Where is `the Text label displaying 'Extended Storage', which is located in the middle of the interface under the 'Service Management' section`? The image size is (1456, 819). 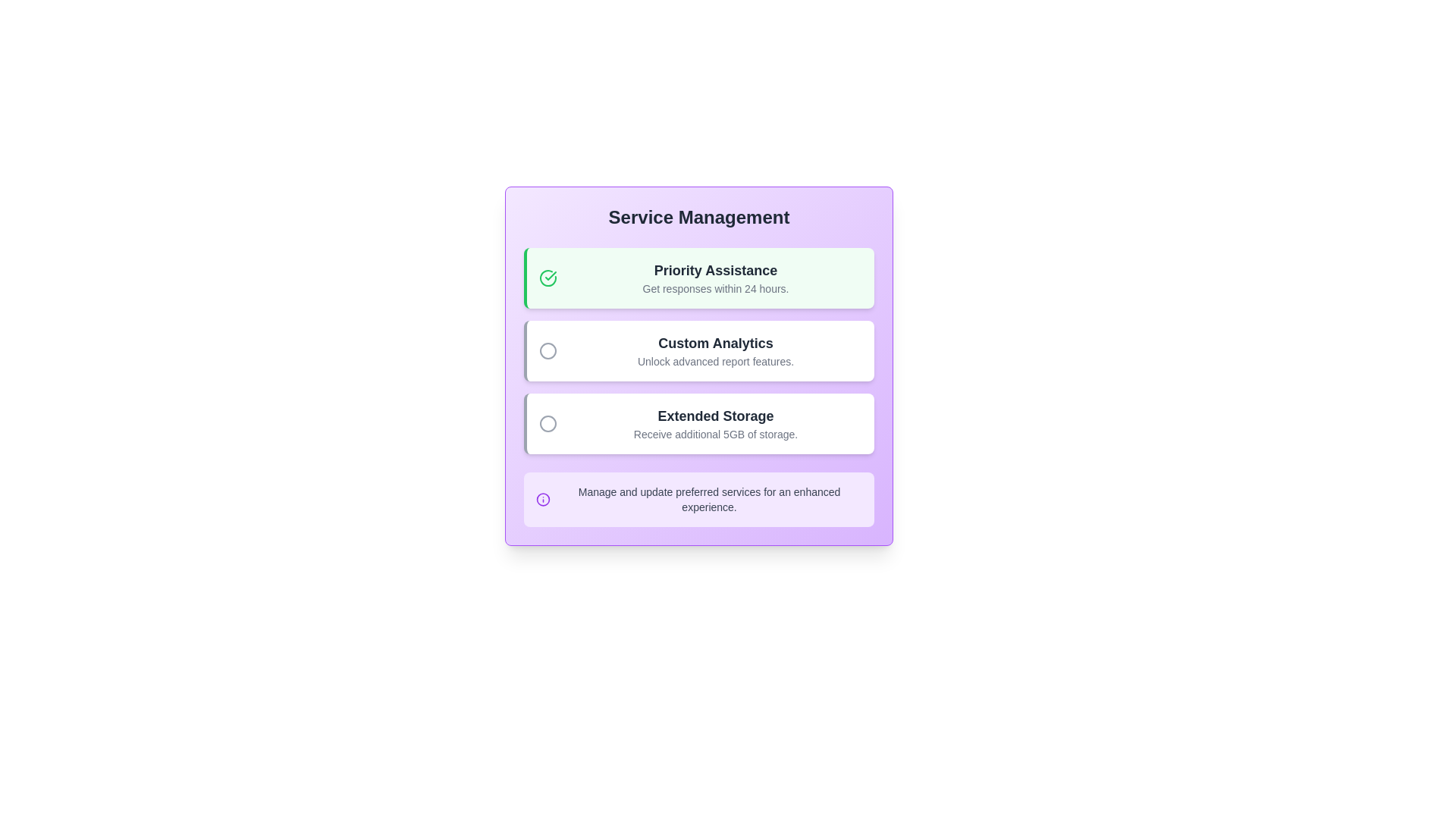
the Text label displaying 'Extended Storage', which is located in the middle of the interface under the 'Service Management' section is located at coordinates (715, 416).